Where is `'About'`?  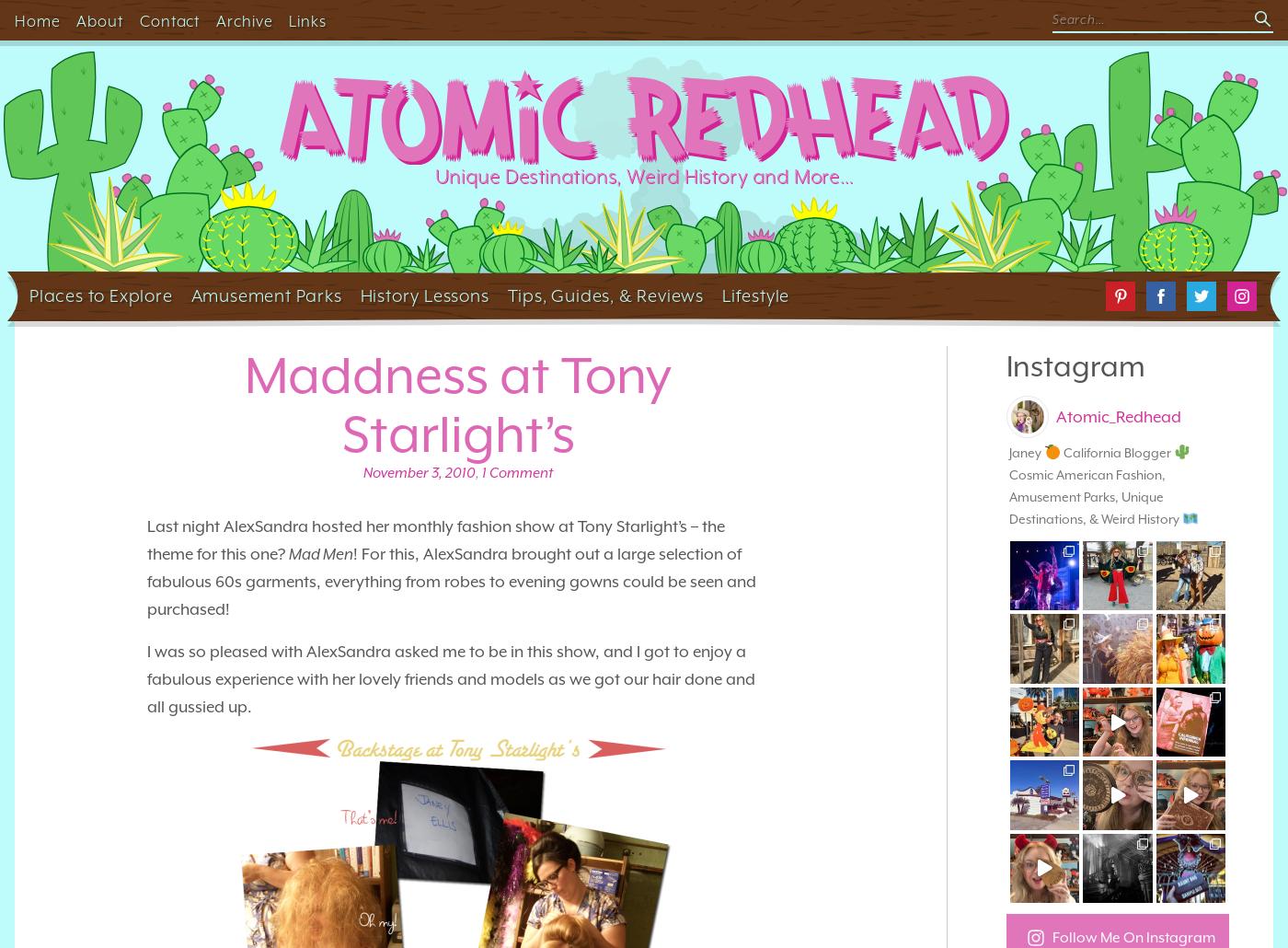 'About' is located at coordinates (76, 21).